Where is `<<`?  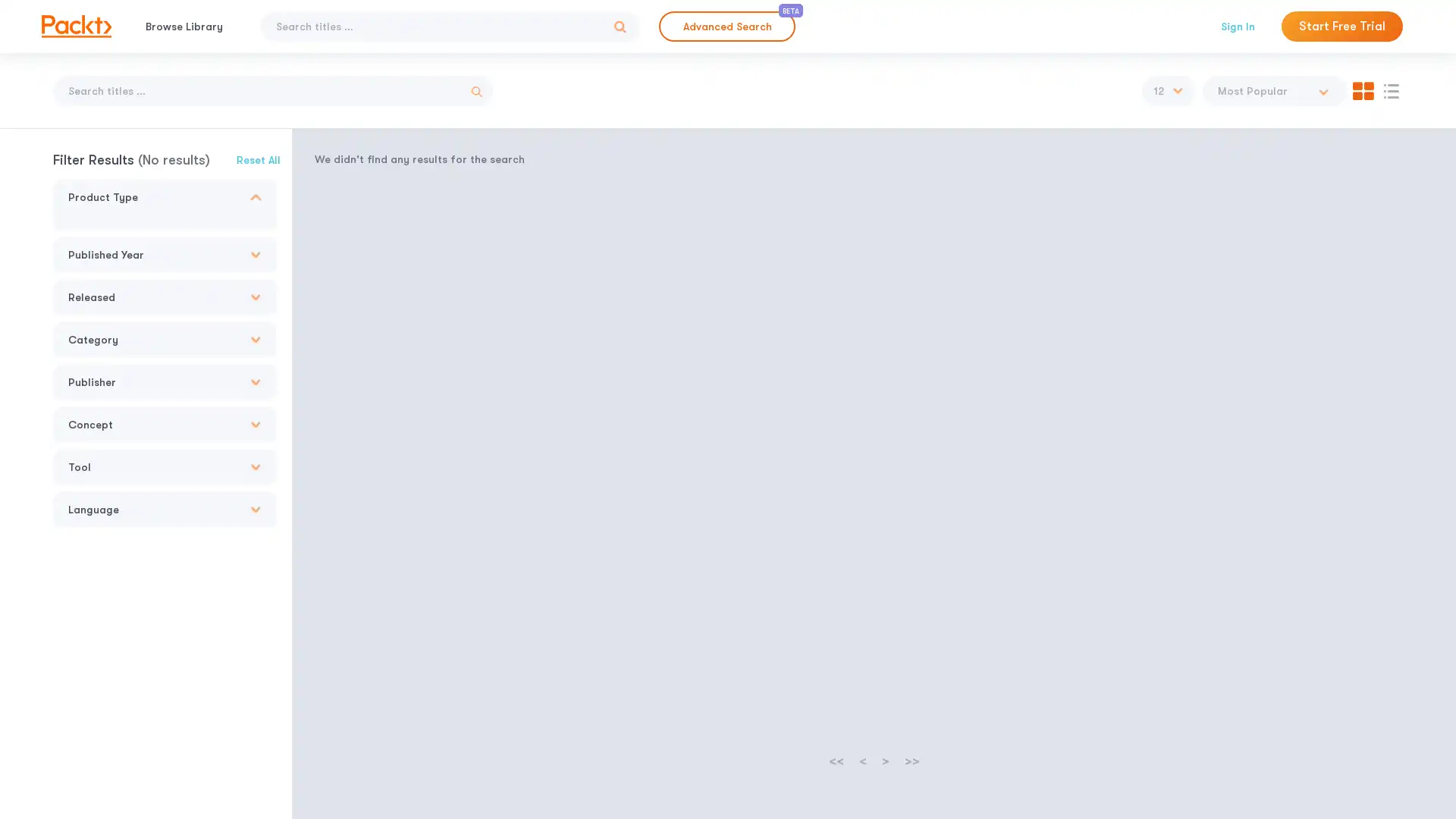
<< is located at coordinates (835, 762).